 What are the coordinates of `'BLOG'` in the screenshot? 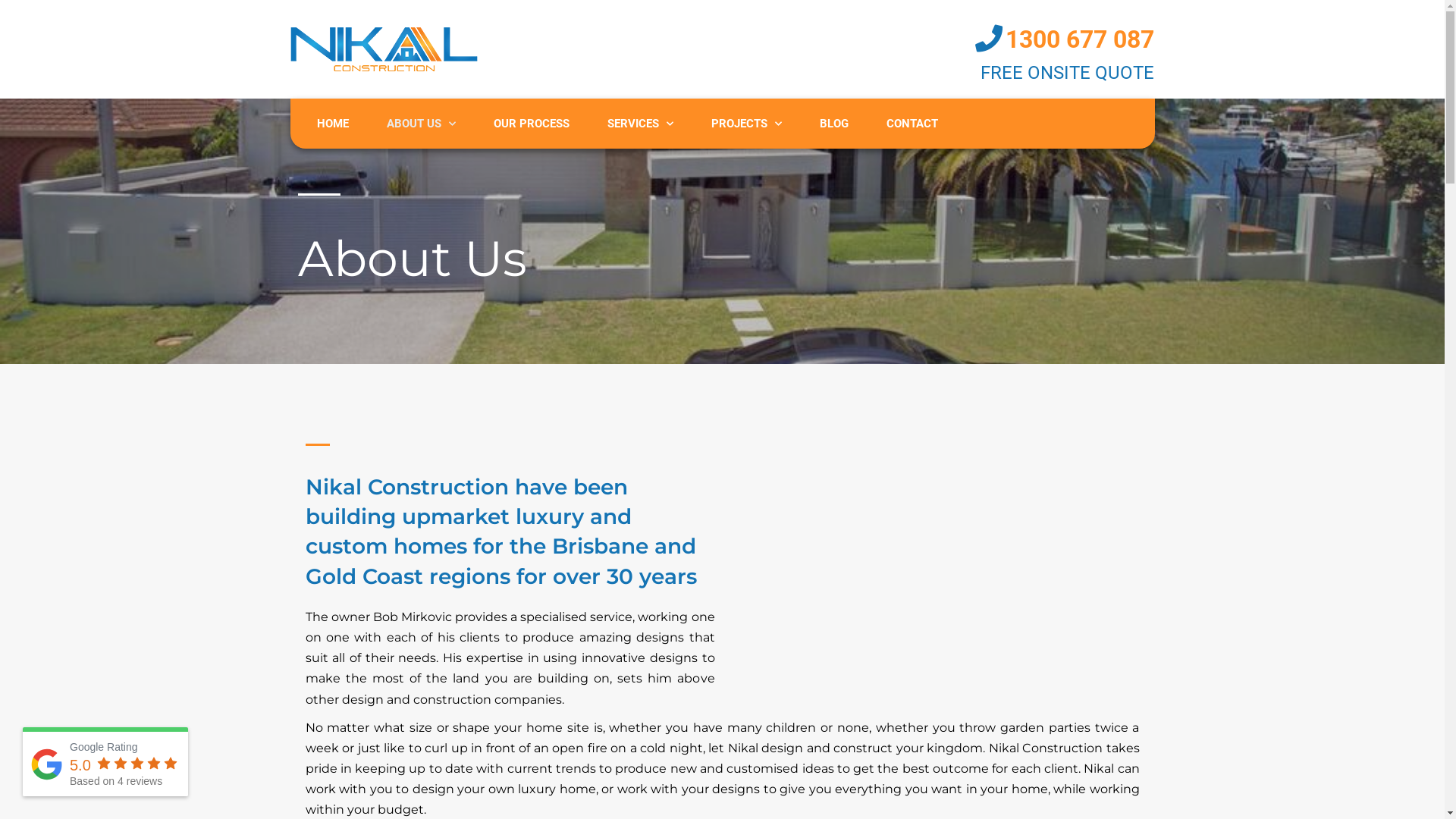 It's located at (833, 122).